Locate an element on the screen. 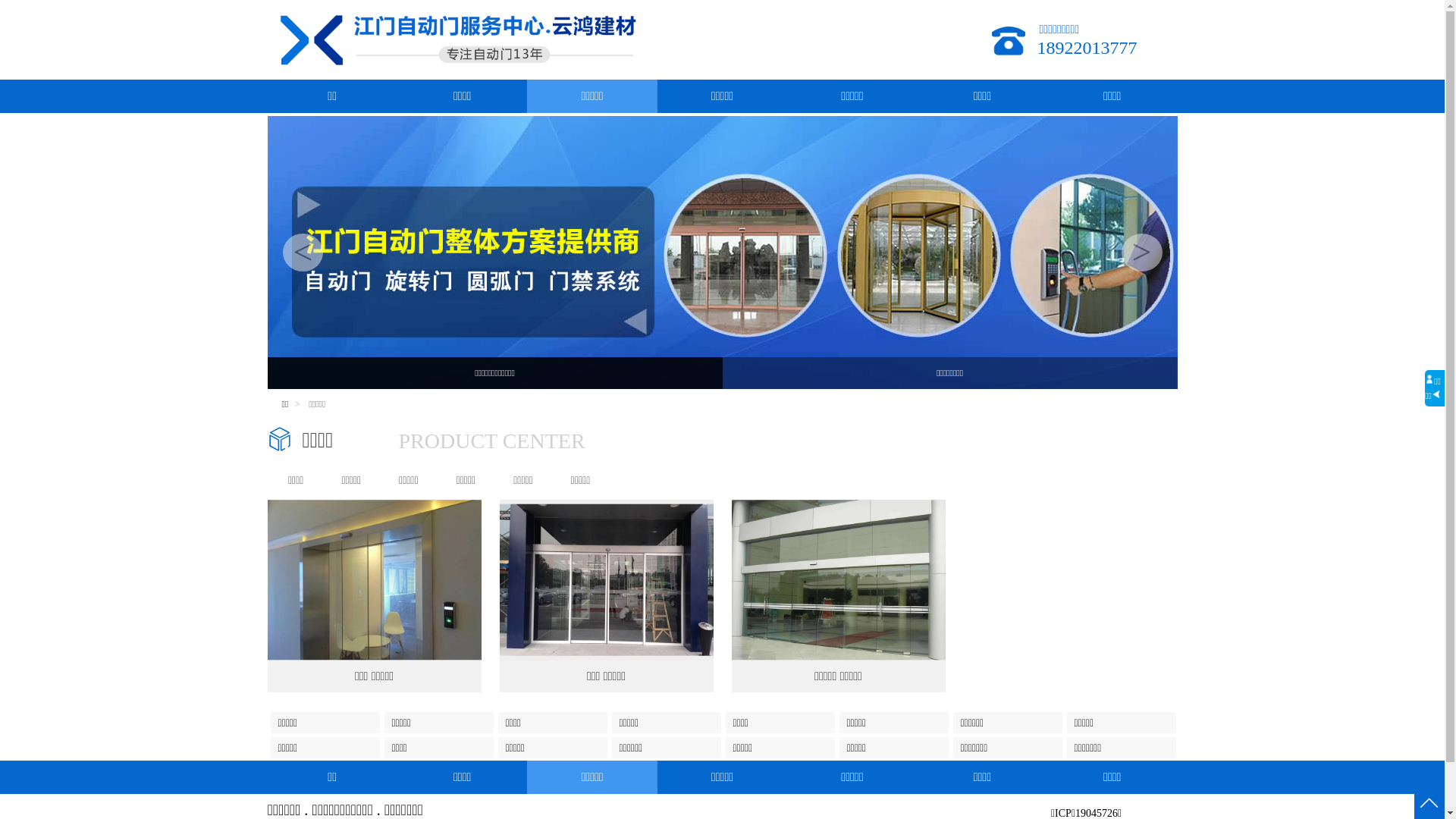  '<' is located at coordinates (302, 251).